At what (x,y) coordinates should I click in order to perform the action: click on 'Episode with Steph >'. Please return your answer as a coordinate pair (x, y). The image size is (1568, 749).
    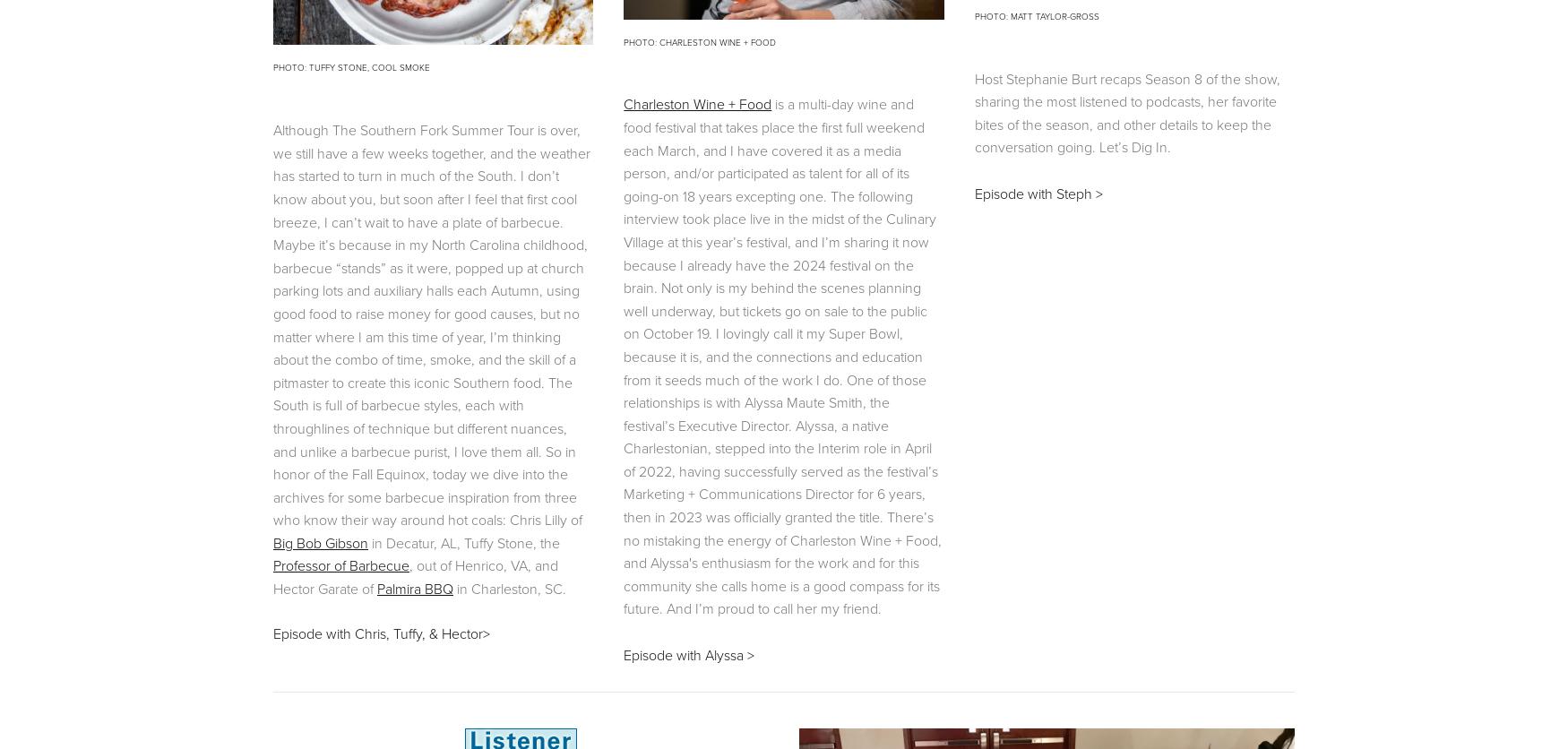
    Looking at the image, I should click on (1037, 193).